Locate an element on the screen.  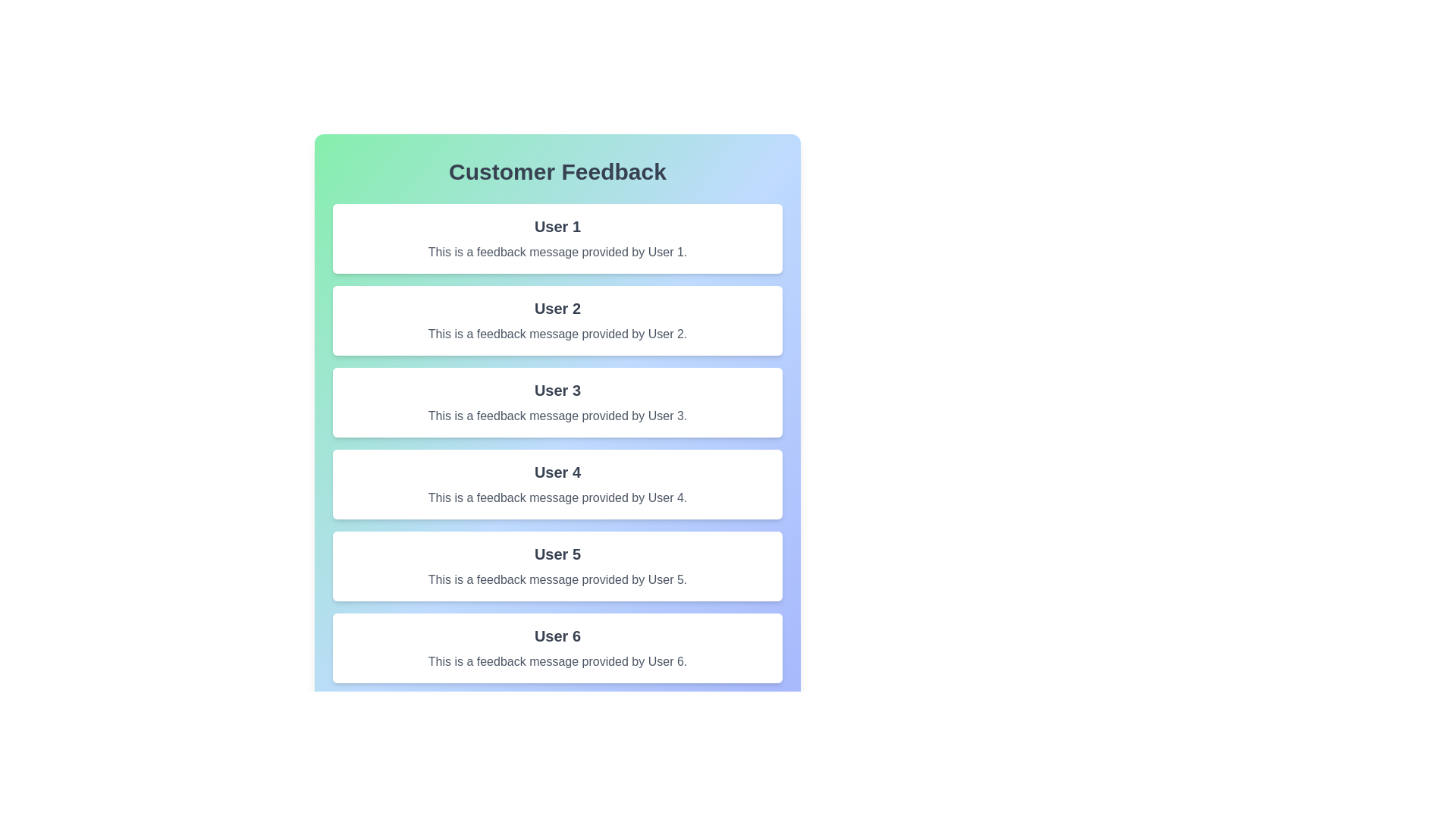
feedback message text labeled as 'This is a feedback message provided by User 2.' which is styled in gray and appears below the header 'User 2' in the second feedback card is located at coordinates (557, 333).